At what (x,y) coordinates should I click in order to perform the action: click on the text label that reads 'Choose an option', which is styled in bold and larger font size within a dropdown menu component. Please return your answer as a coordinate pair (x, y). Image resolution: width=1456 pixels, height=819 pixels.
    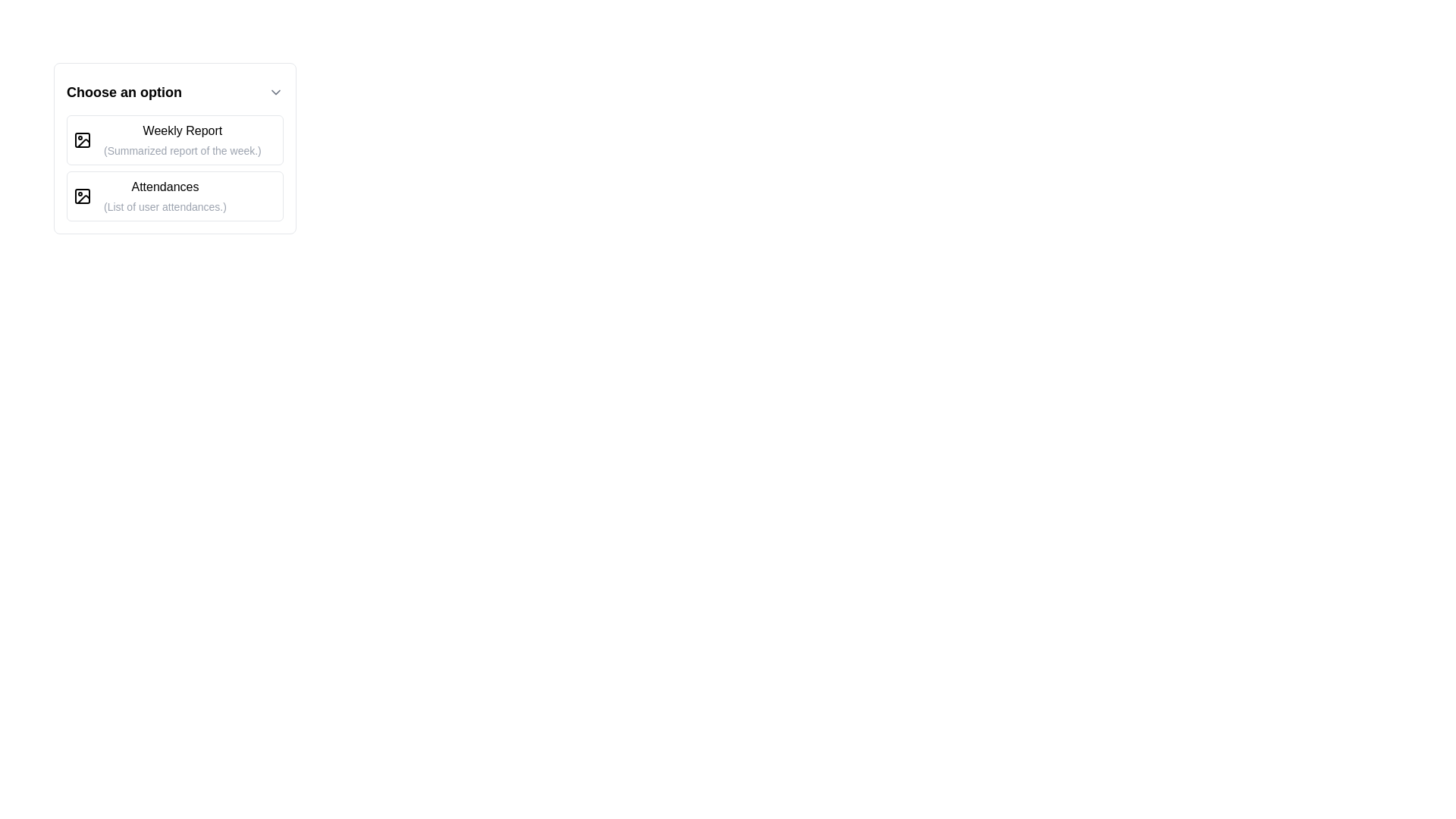
    Looking at the image, I should click on (124, 93).